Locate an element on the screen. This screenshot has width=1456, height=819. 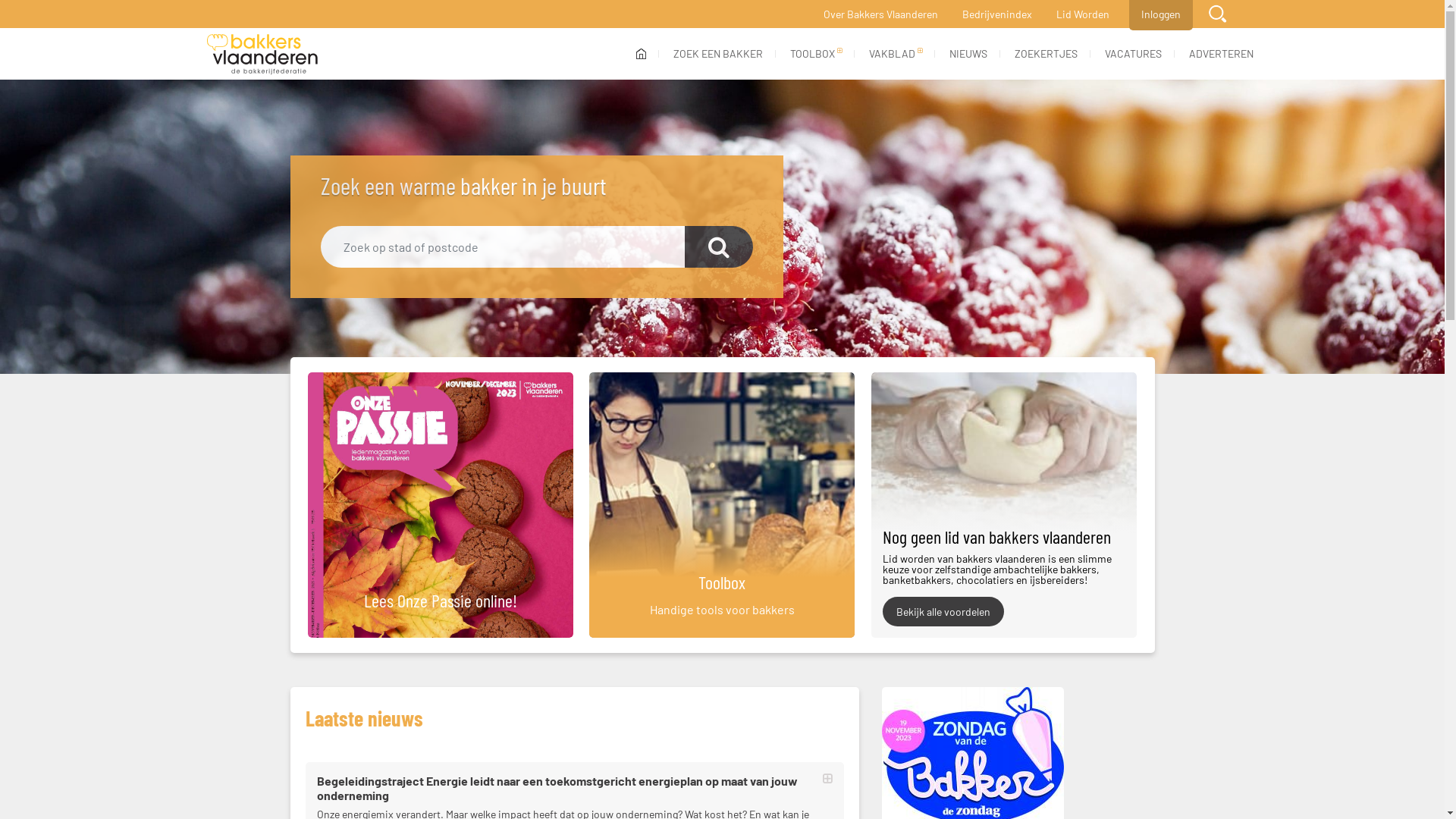
'ZOEKERTJES' is located at coordinates (1045, 52).